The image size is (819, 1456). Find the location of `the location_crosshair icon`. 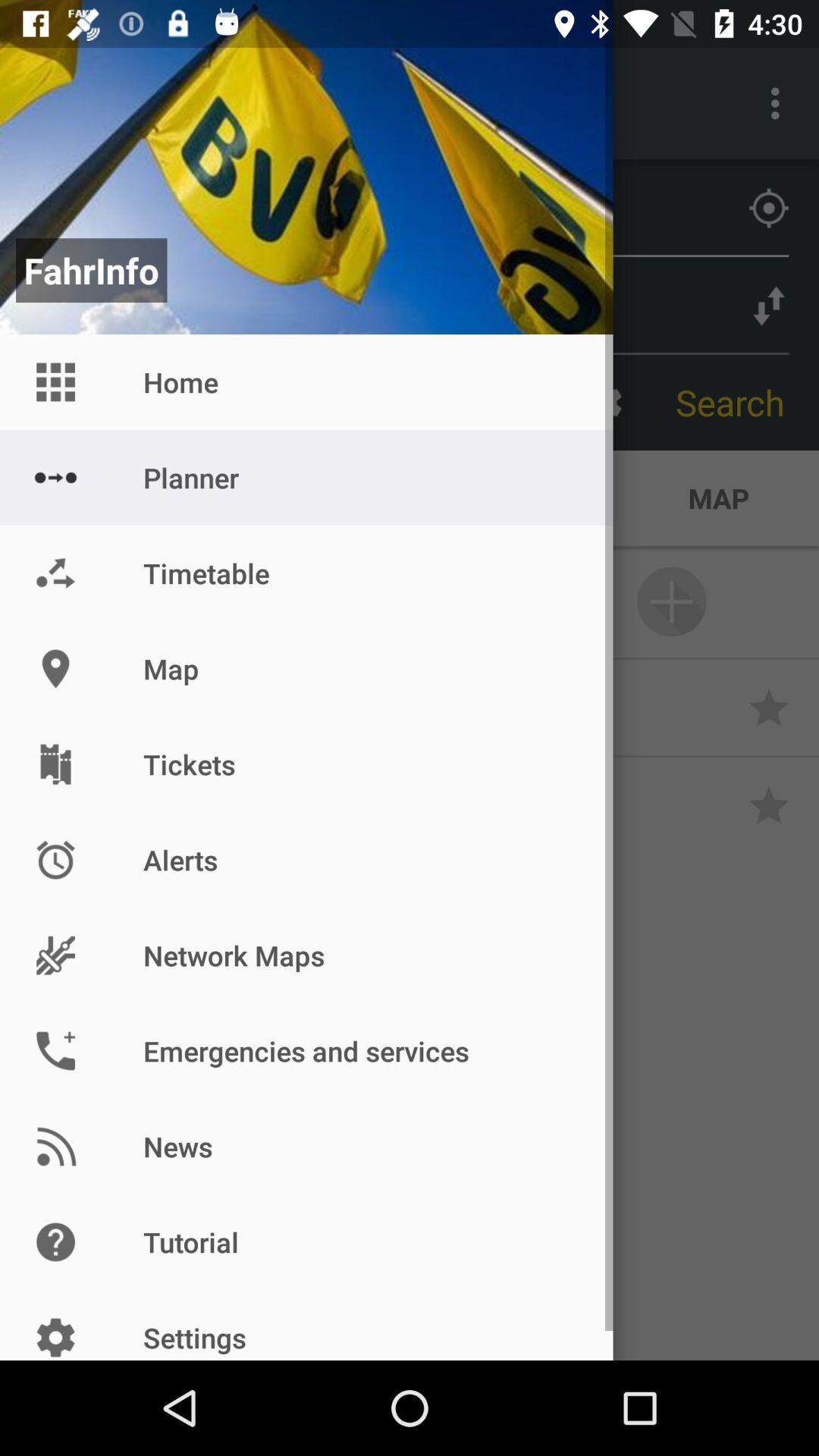

the location_crosshair icon is located at coordinates (769, 207).